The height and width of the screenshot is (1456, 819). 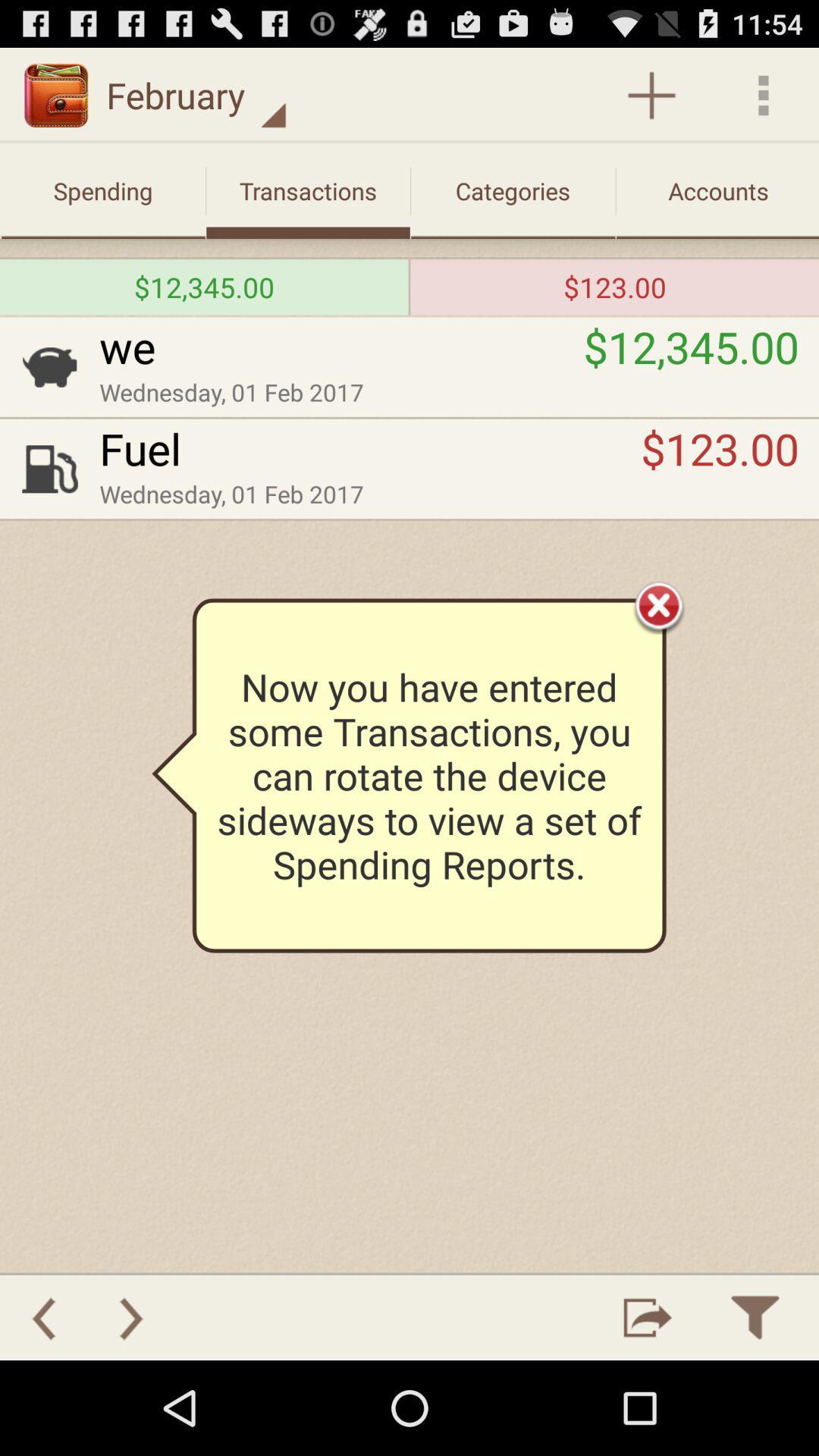 What do you see at coordinates (755, 1409) in the screenshot?
I see `the filter icon` at bounding box center [755, 1409].